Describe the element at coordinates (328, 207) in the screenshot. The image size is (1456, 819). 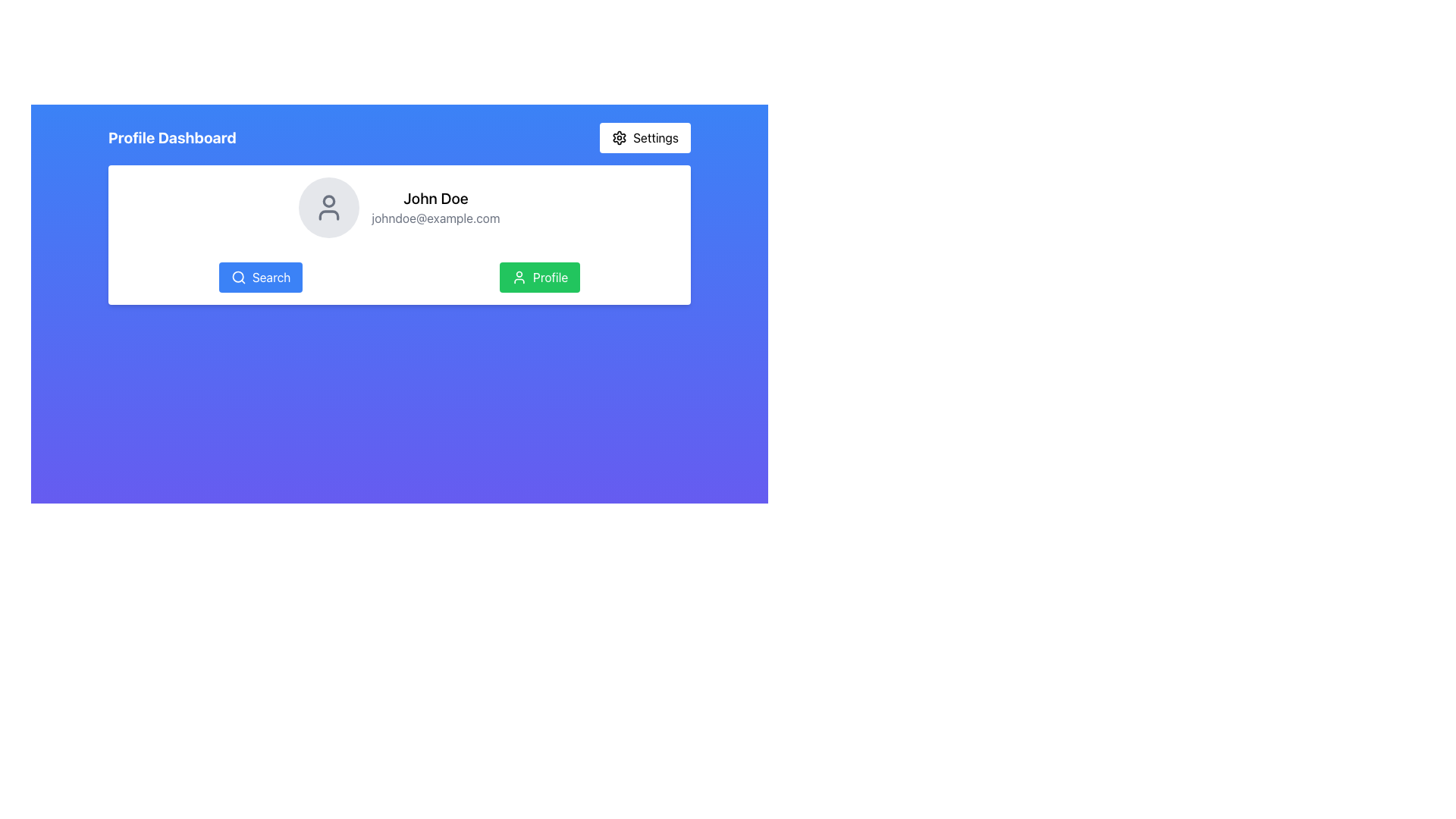
I see `the user outline icon, which is represented by a circular head and a semi-circular body figure, located above the name 'John Doe' in the profile dashboard` at that location.